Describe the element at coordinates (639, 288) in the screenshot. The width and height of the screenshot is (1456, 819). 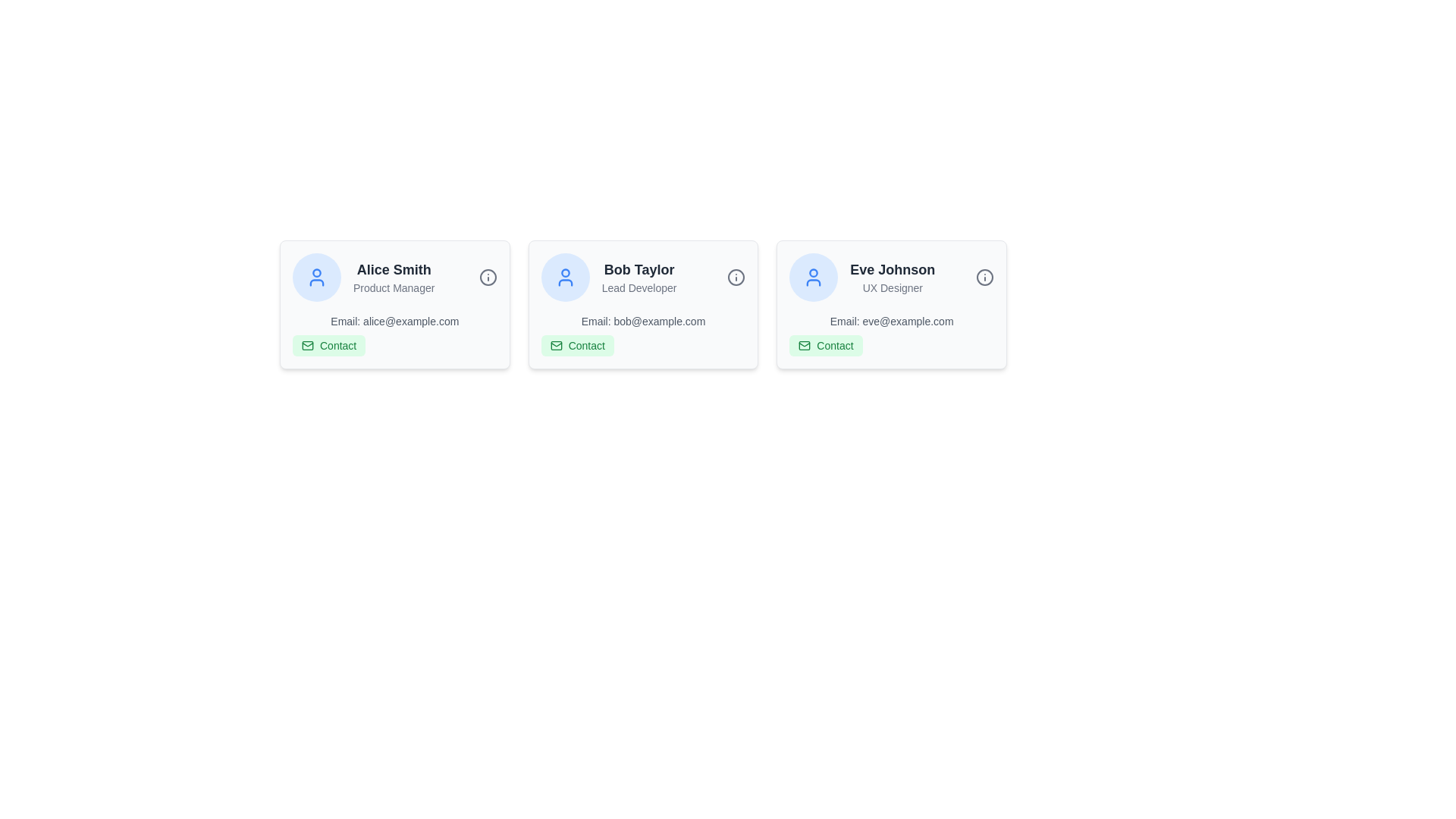
I see `text label indicating the professional title 'Lead Developer' of the individual named 'Bob Taylor', located below the name in the second card of a horizontal sequence of three cards` at that location.